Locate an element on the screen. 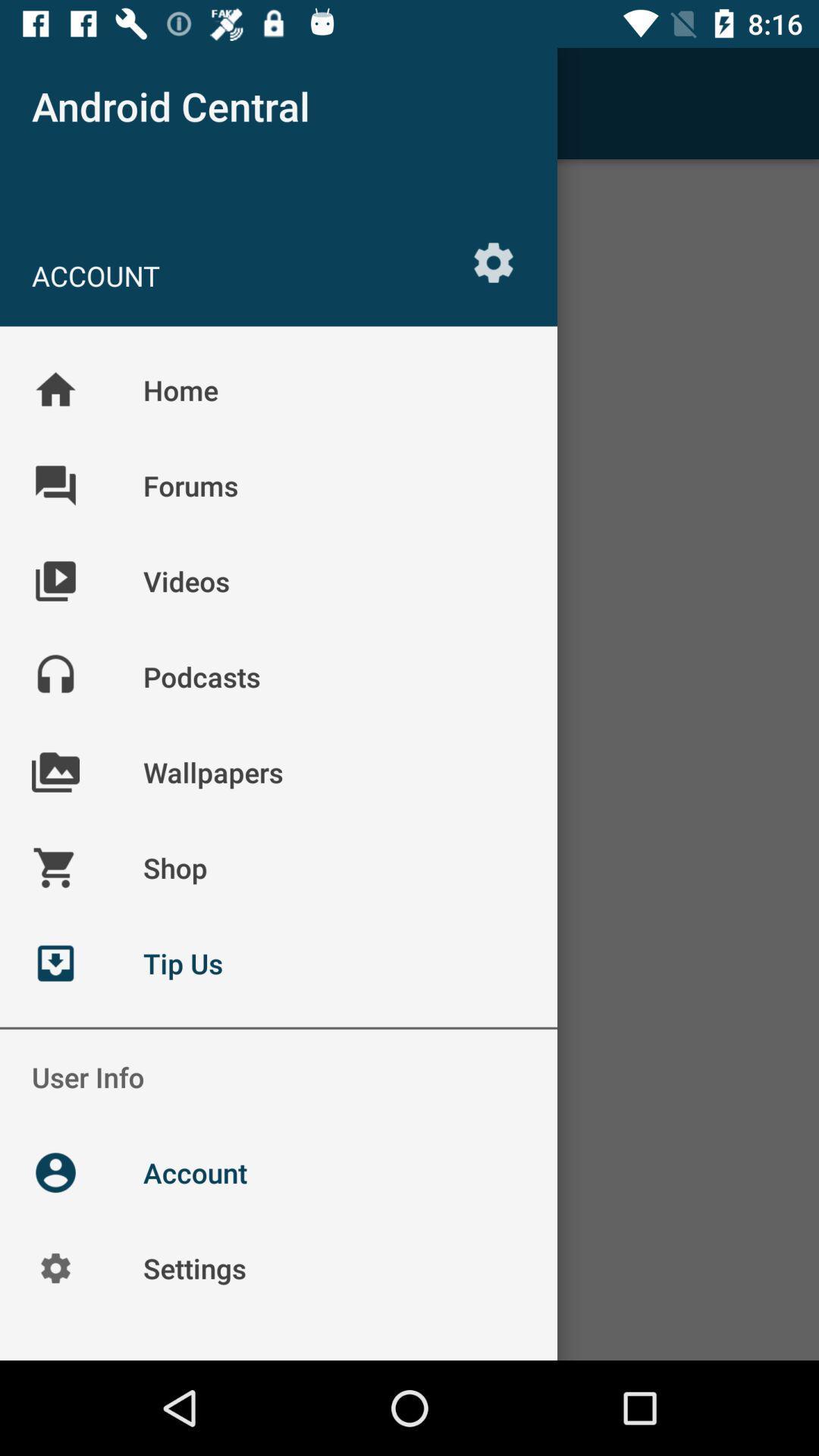  the item above the home is located at coordinates (494, 262).